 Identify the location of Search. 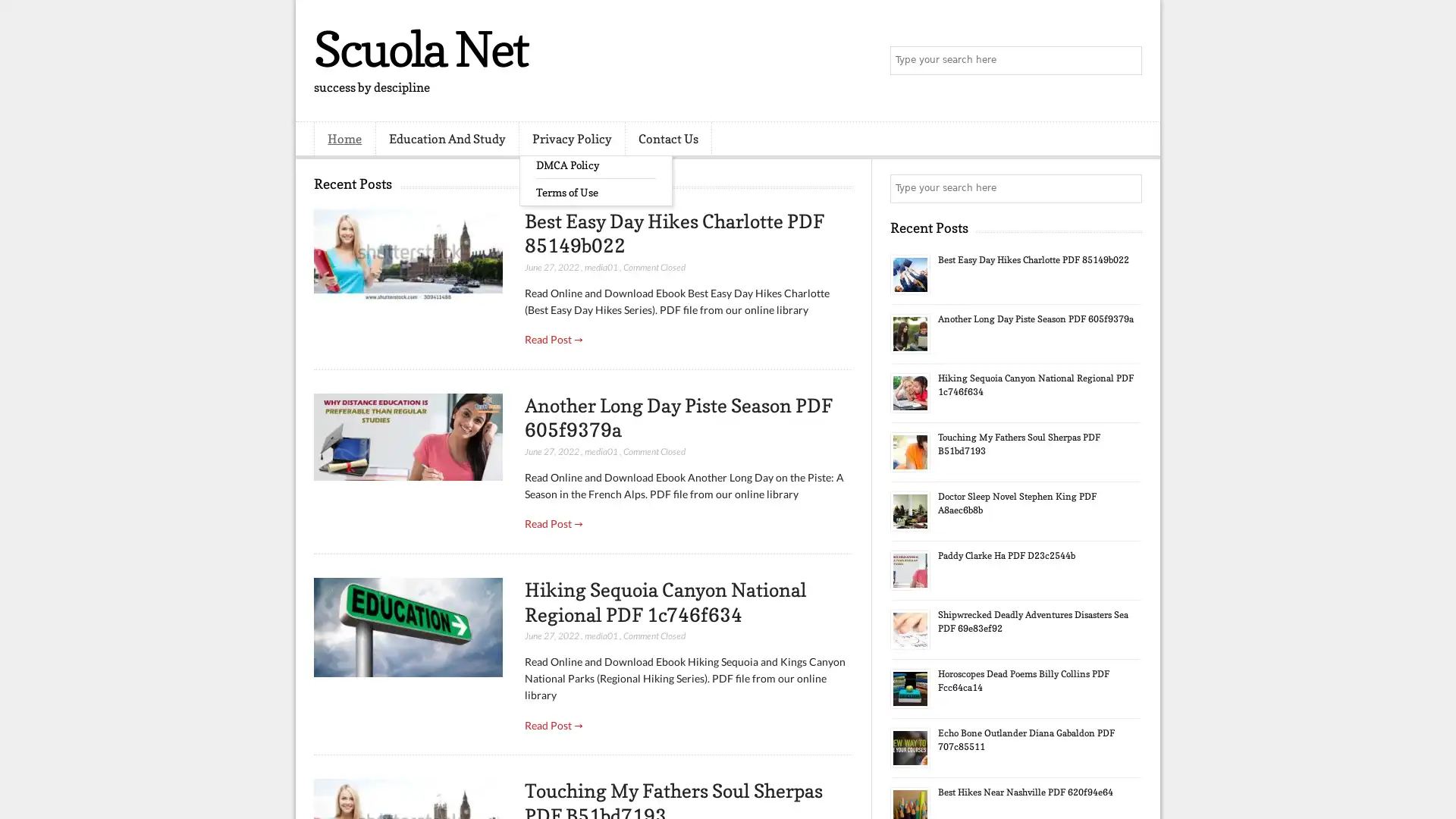
(1126, 61).